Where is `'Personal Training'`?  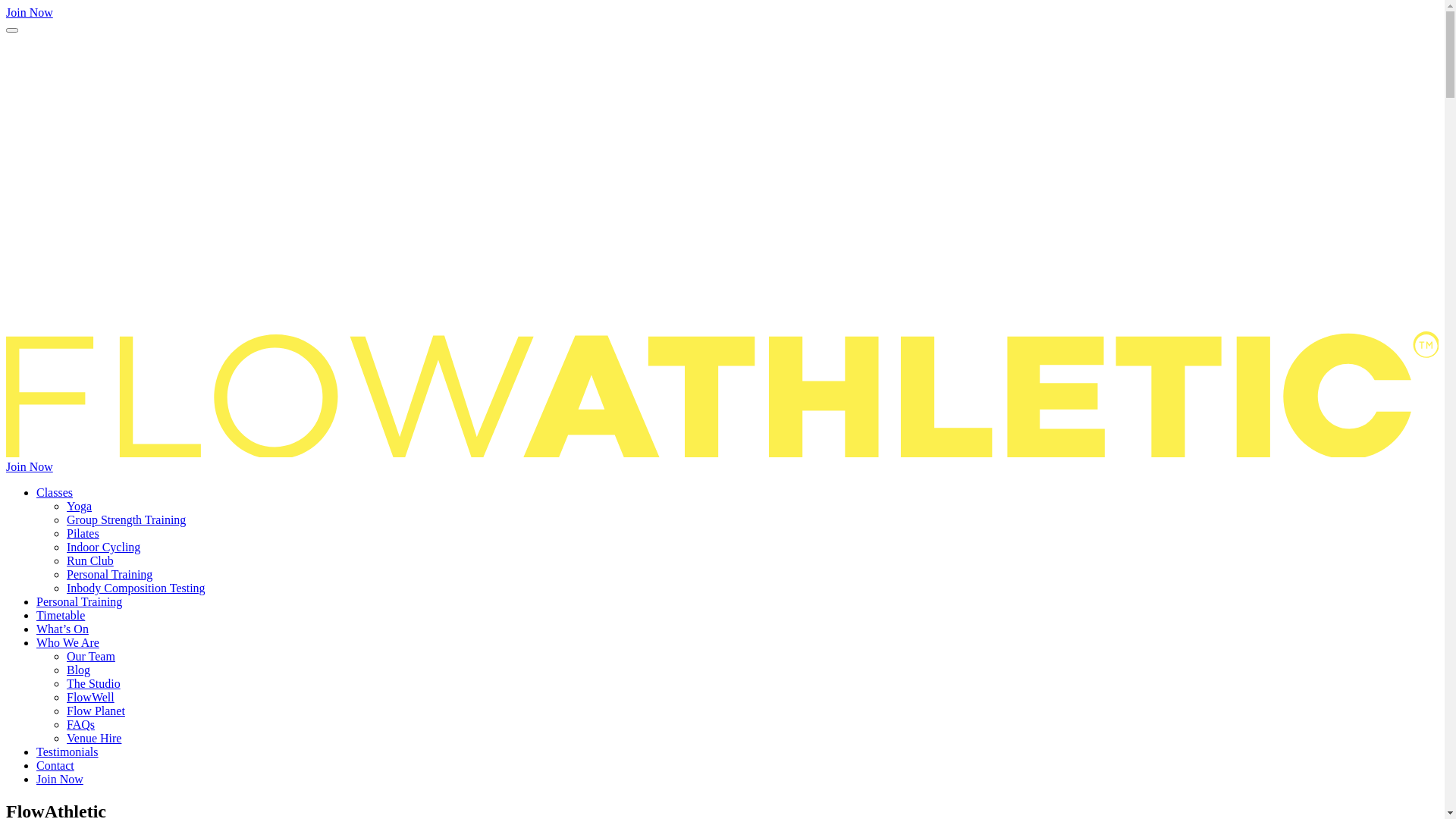
'Personal Training' is located at coordinates (108, 574).